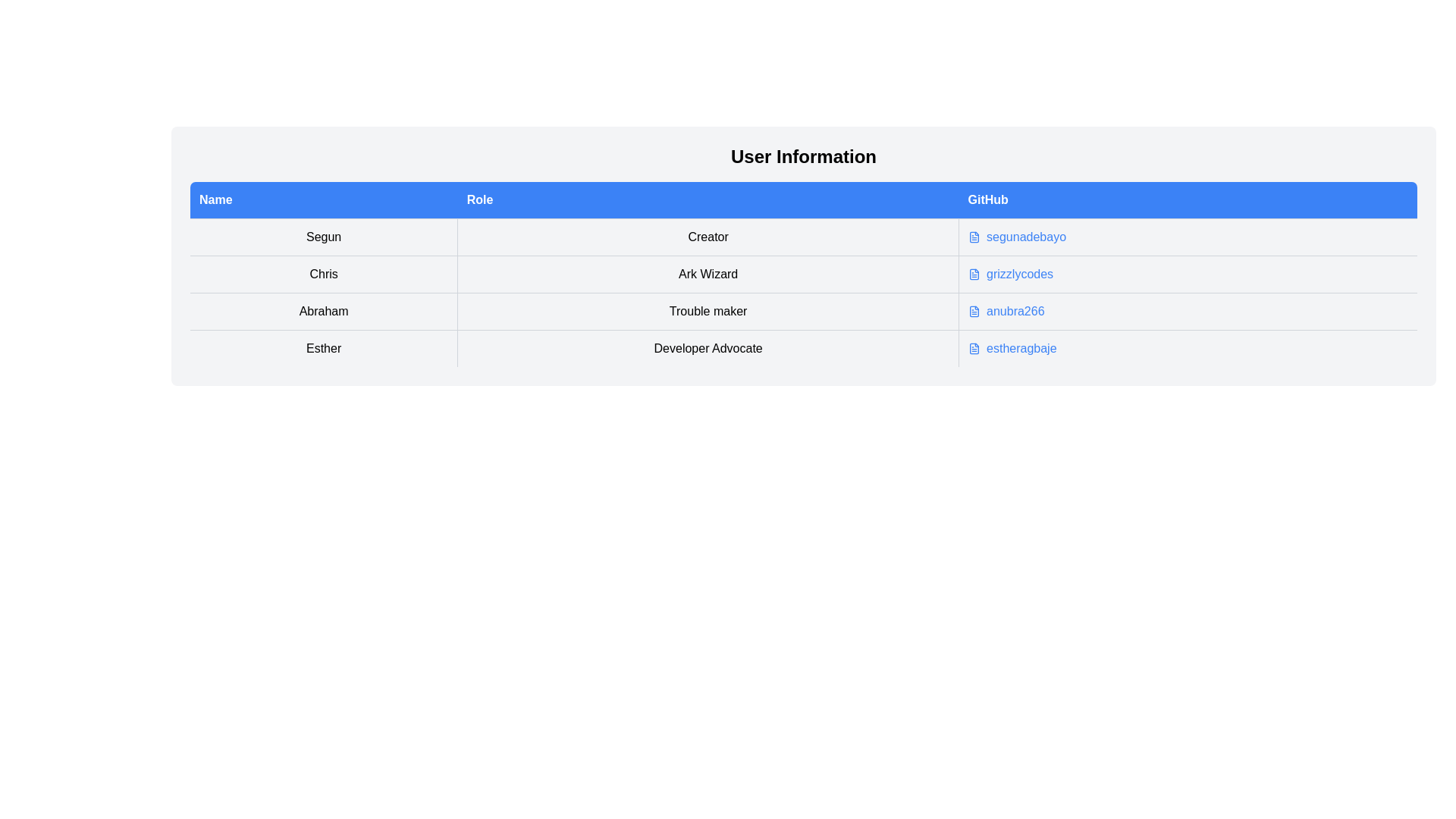  Describe the element at coordinates (803, 348) in the screenshot. I see `the fourth row of the data table that provides information about 'Esther', a Developer Advocate` at that location.